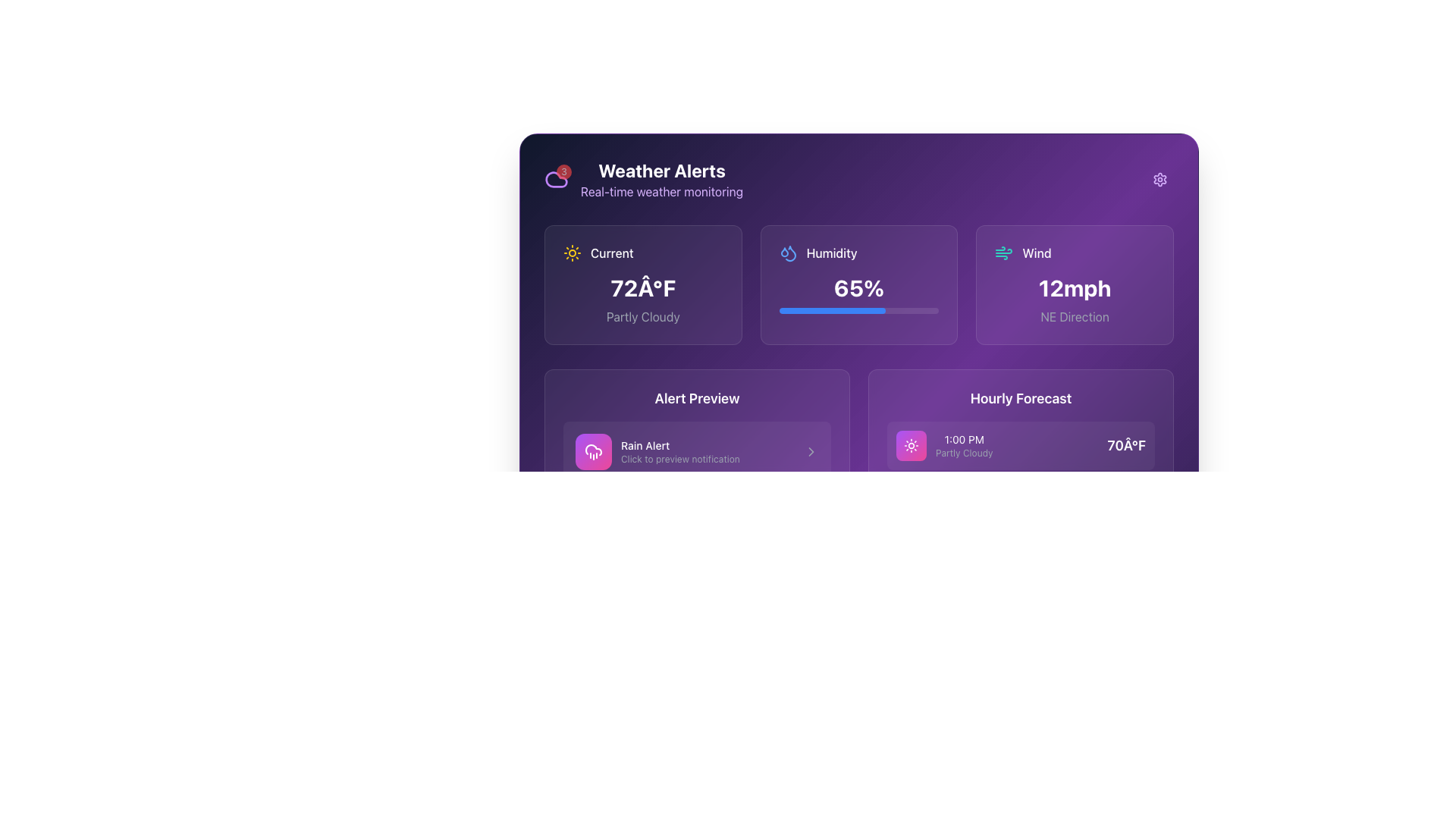 The image size is (1456, 819). I want to click on the text block that serves as a title and description section for weather alert information located near the top-left of the interface, beneath an icon with a red notification badge, so click(662, 178).